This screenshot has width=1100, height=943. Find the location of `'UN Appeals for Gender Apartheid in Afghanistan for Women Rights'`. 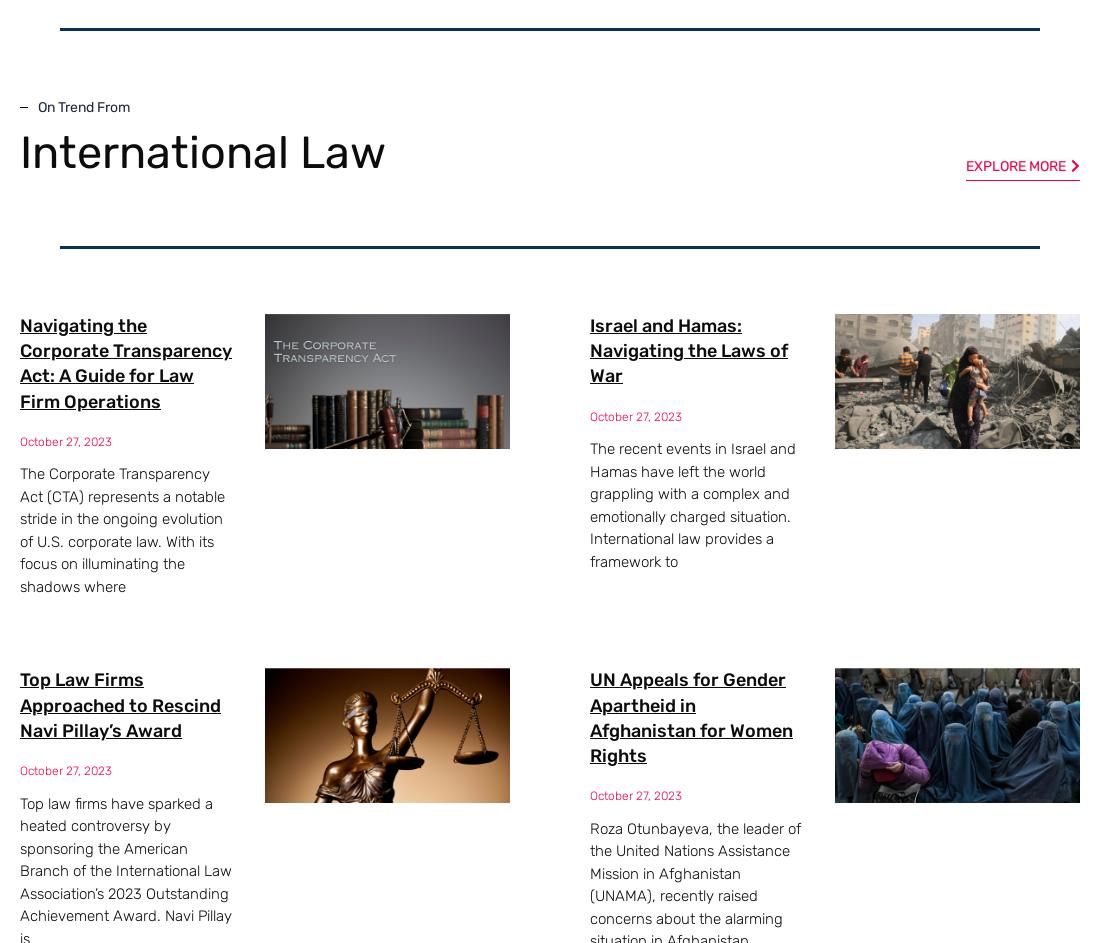

'UN Appeals for Gender Apartheid in Afghanistan for Women Rights' is located at coordinates (690, 716).